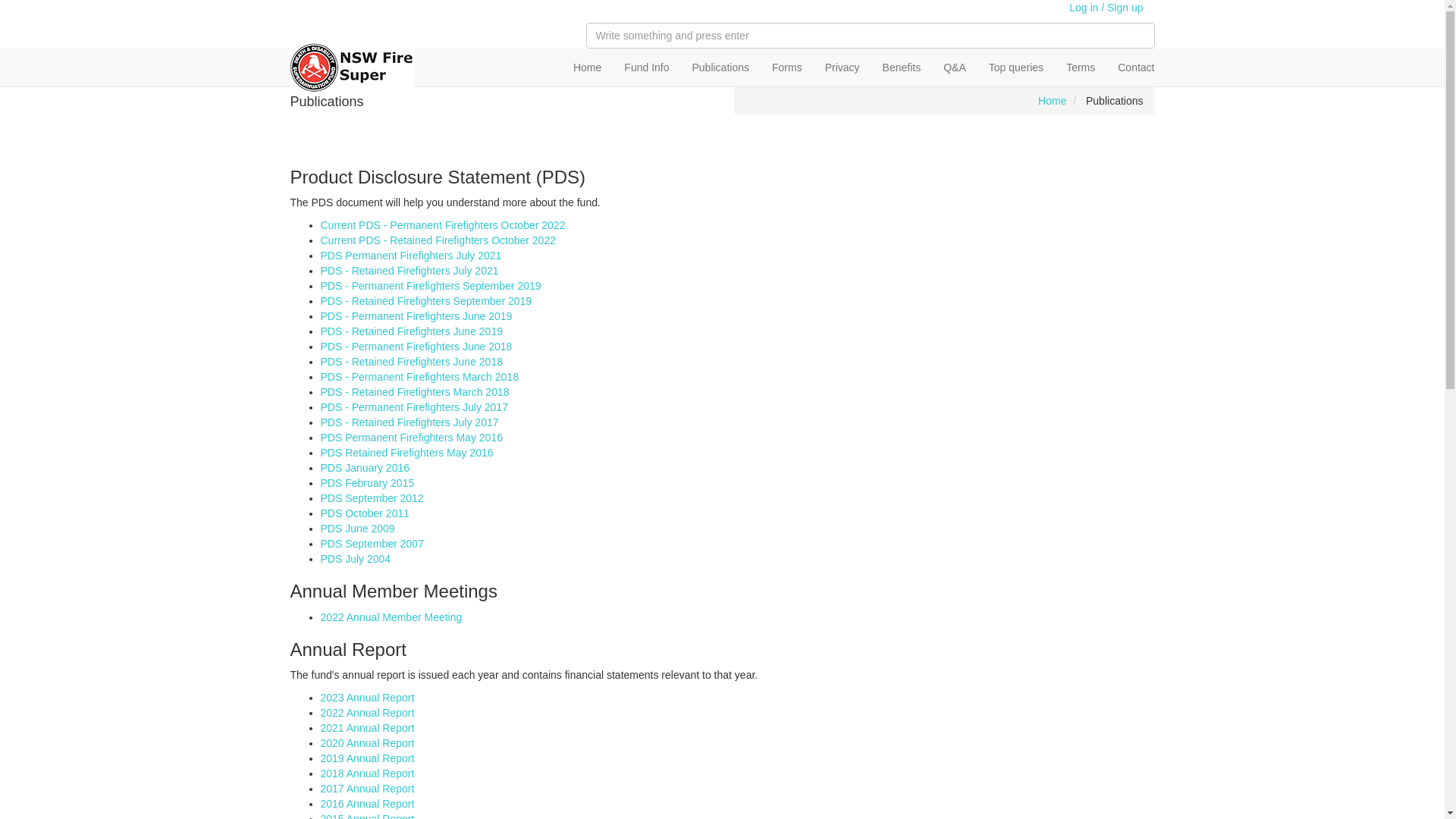  I want to click on 'PDS - Permanent Firefighters July 2017', so click(413, 406).